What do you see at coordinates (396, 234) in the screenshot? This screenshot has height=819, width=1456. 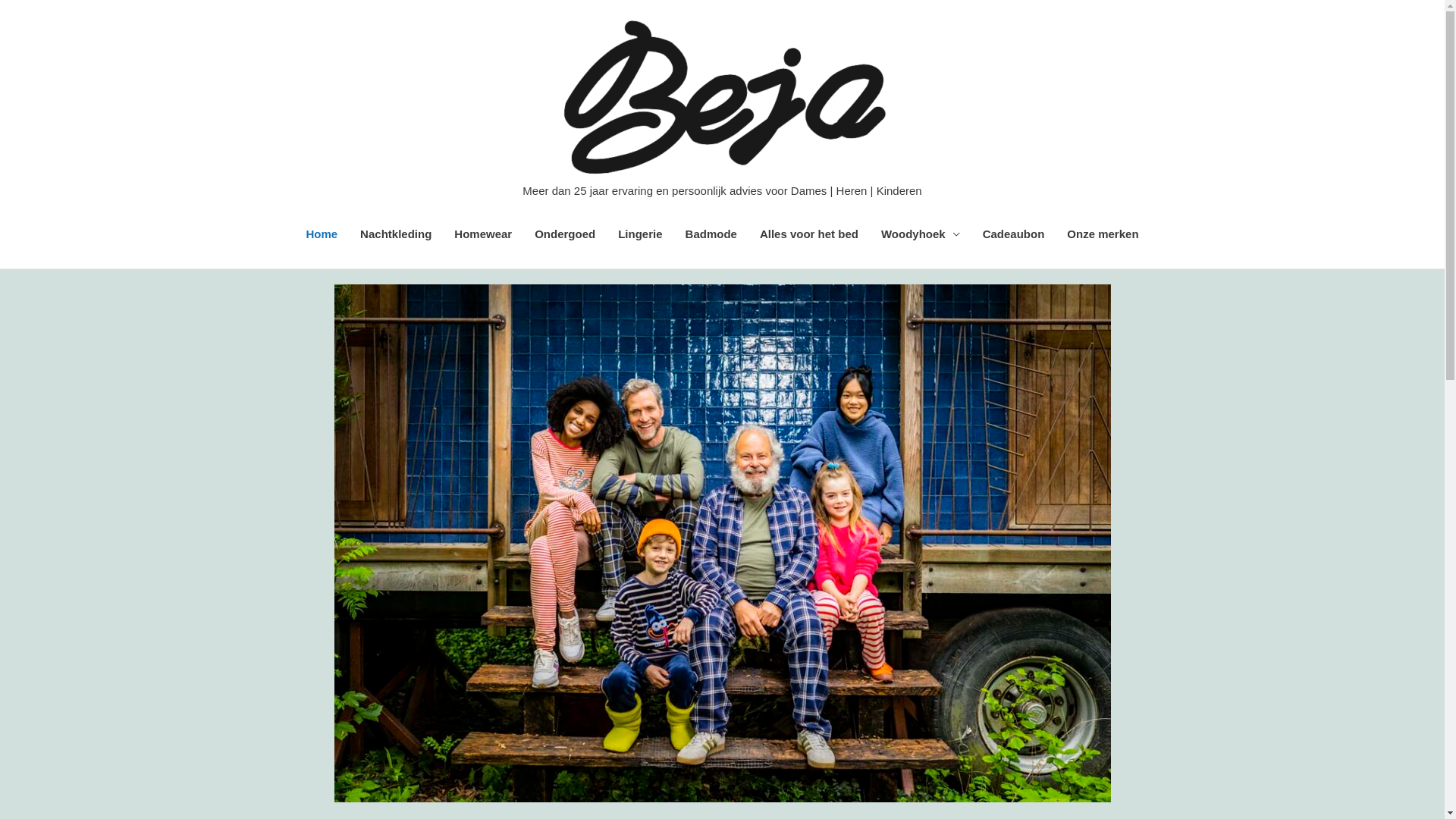 I see `'Nachtkleding'` at bounding box center [396, 234].